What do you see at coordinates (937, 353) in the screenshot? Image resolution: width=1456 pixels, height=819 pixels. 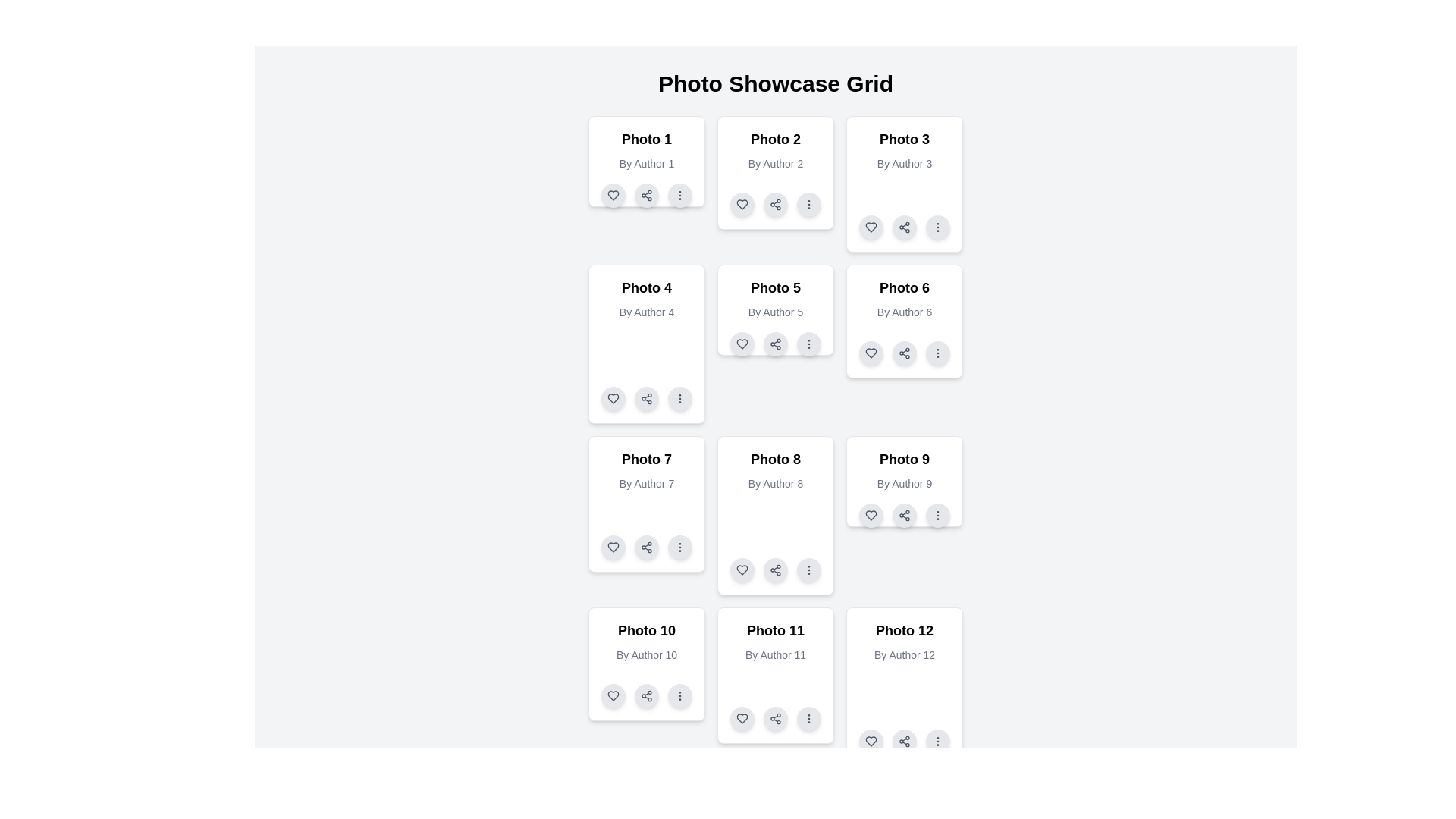 I see `the small circular gray button with an ellipsis menu icon located in the bottom-right corner of the 'Photo 6 By Author 6' card` at bounding box center [937, 353].